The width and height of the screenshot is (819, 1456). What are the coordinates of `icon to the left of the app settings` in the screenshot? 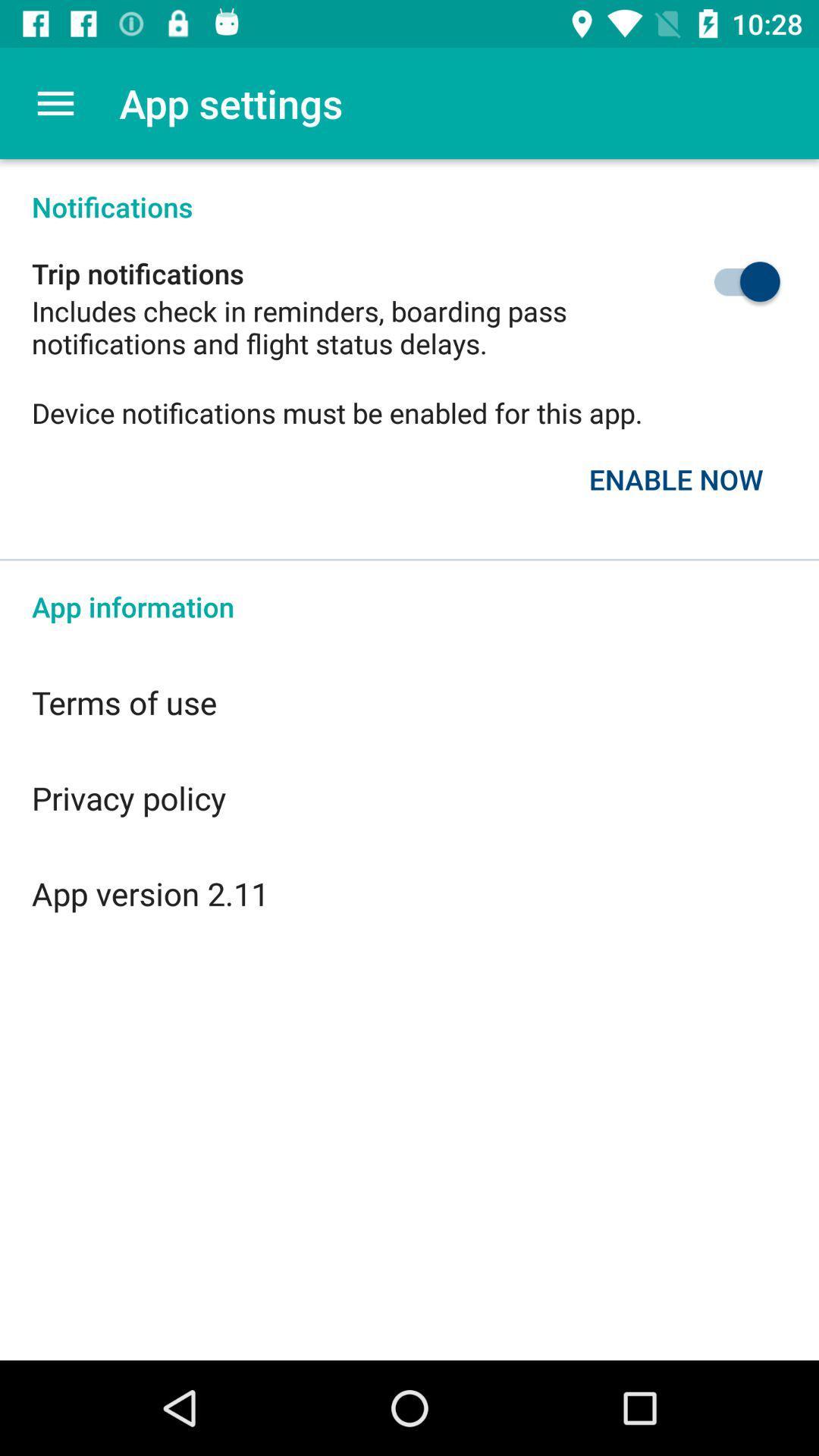 It's located at (55, 102).